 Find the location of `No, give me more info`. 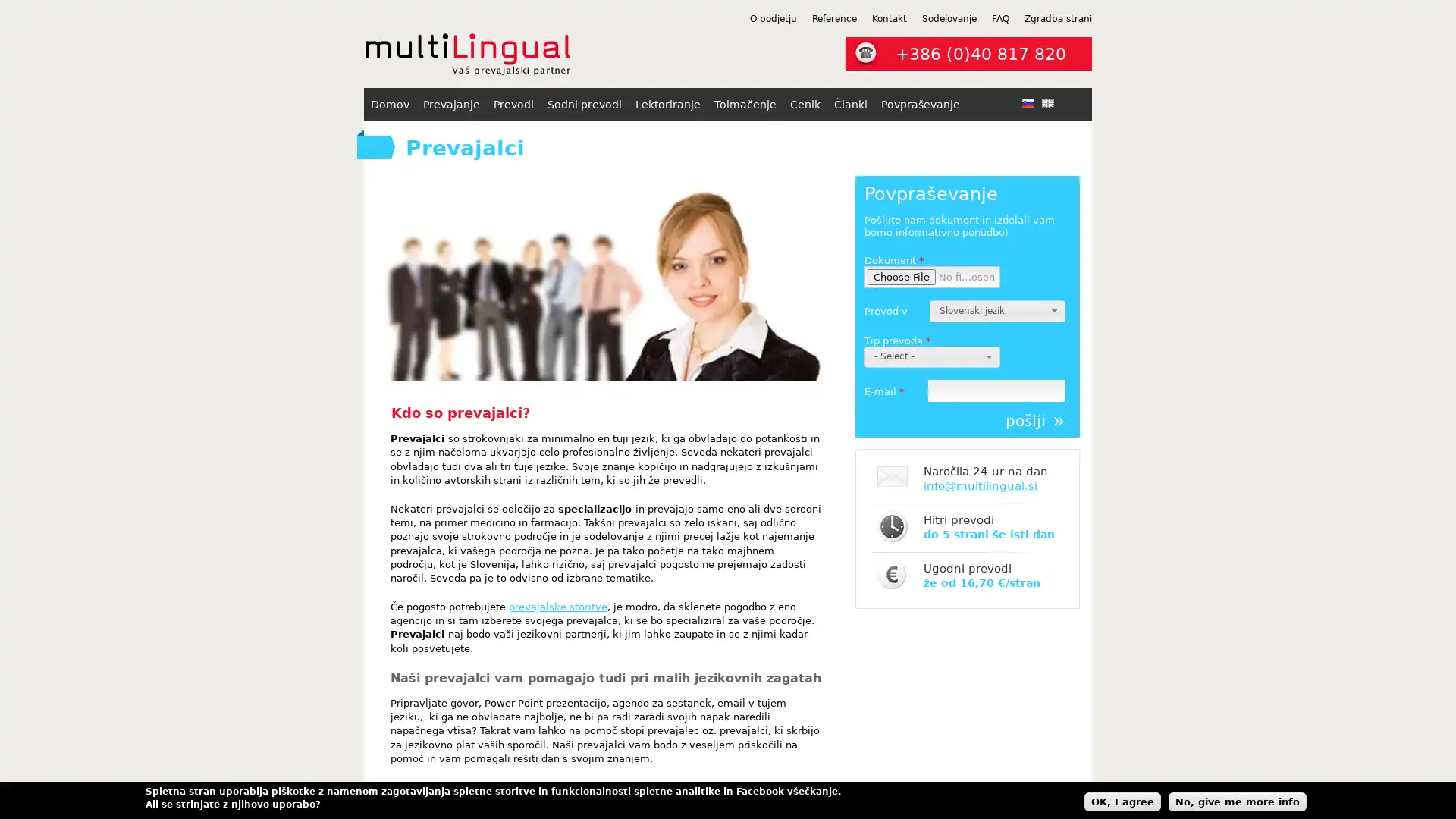

No, give me more info is located at coordinates (1238, 800).